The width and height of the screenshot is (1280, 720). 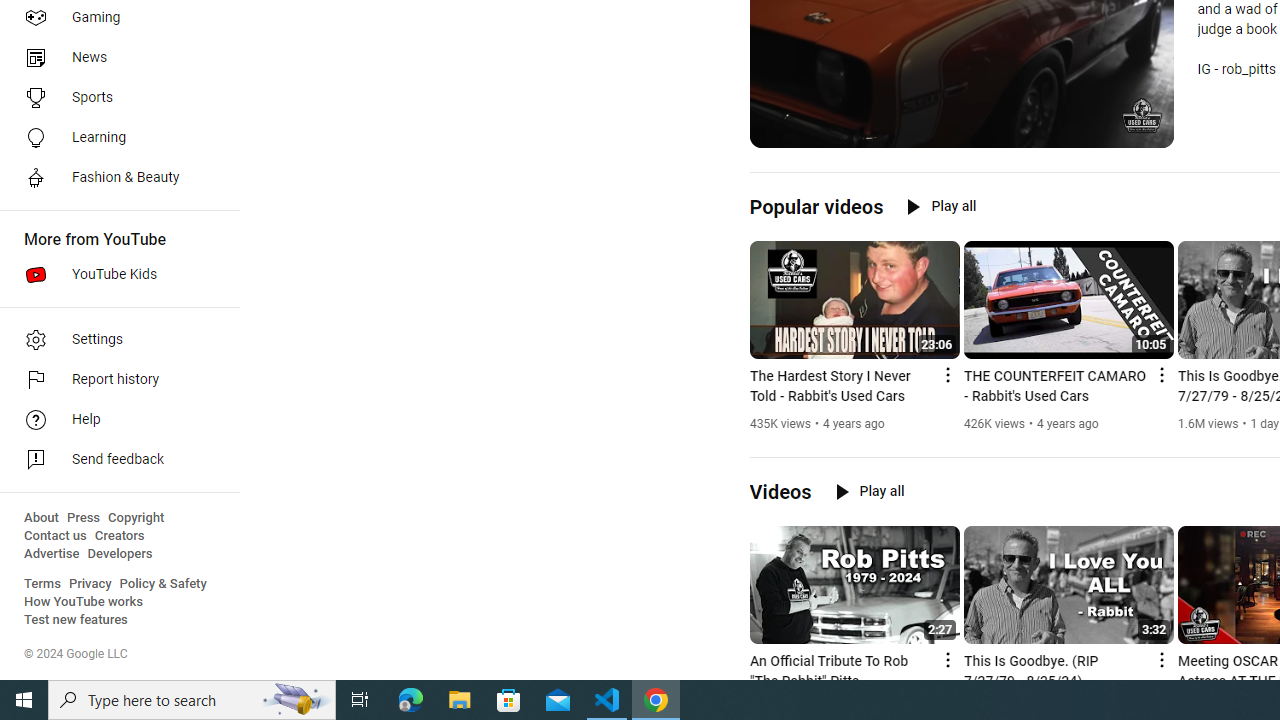 What do you see at coordinates (961, 109) in the screenshot?
I see `'Seek slider'` at bounding box center [961, 109].